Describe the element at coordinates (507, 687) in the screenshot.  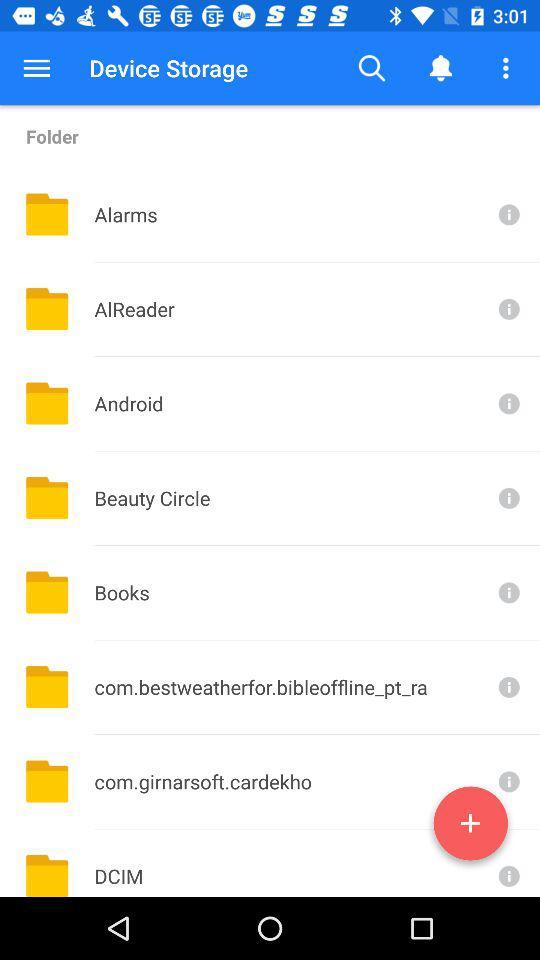
I see `information button` at that location.